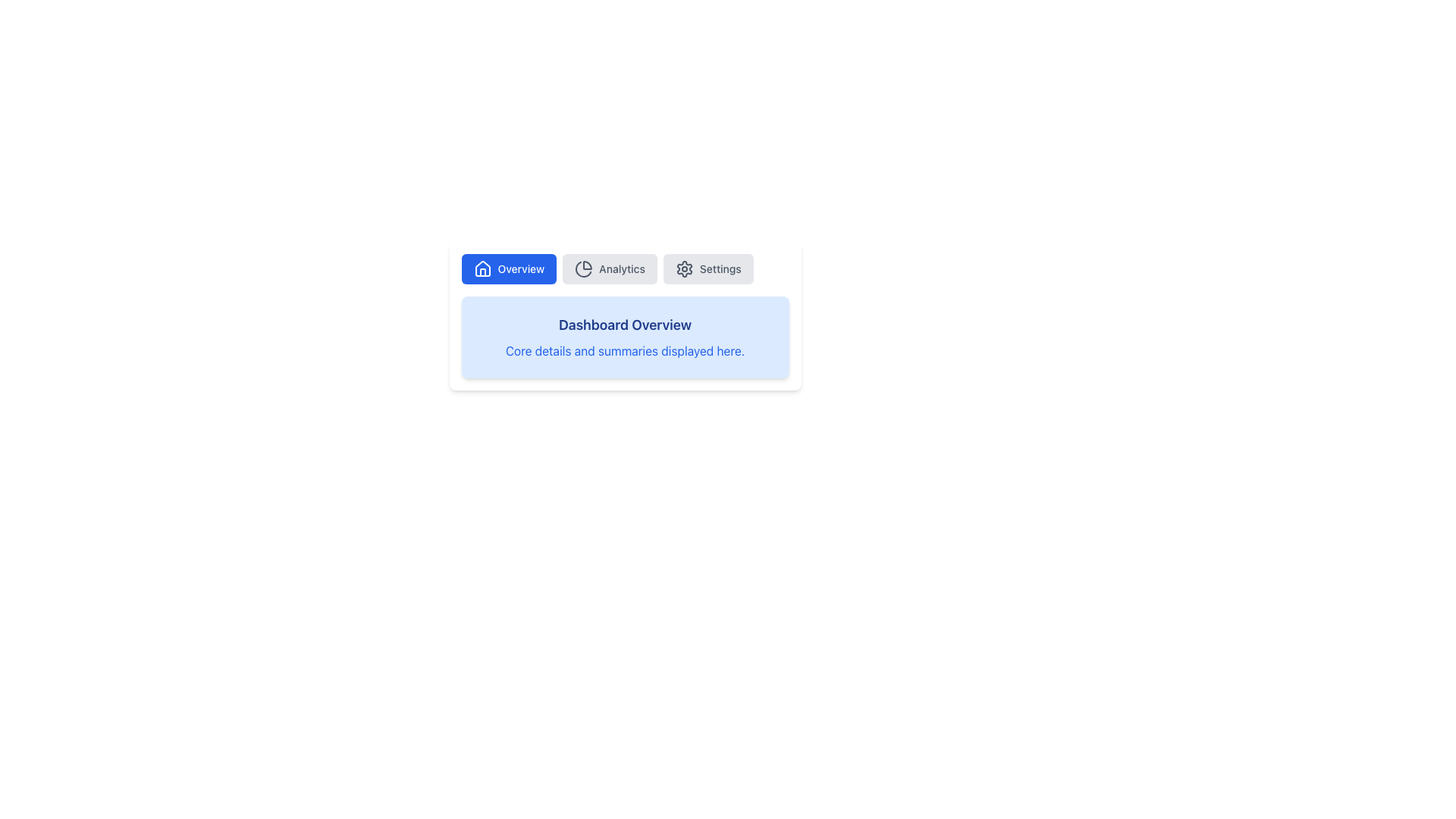  What do you see at coordinates (622, 268) in the screenshot?
I see `the text label displaying 'Analytics', which is styled in gray and positioned beside an icon on a lighter gray background` at bounding box center [622, 268].